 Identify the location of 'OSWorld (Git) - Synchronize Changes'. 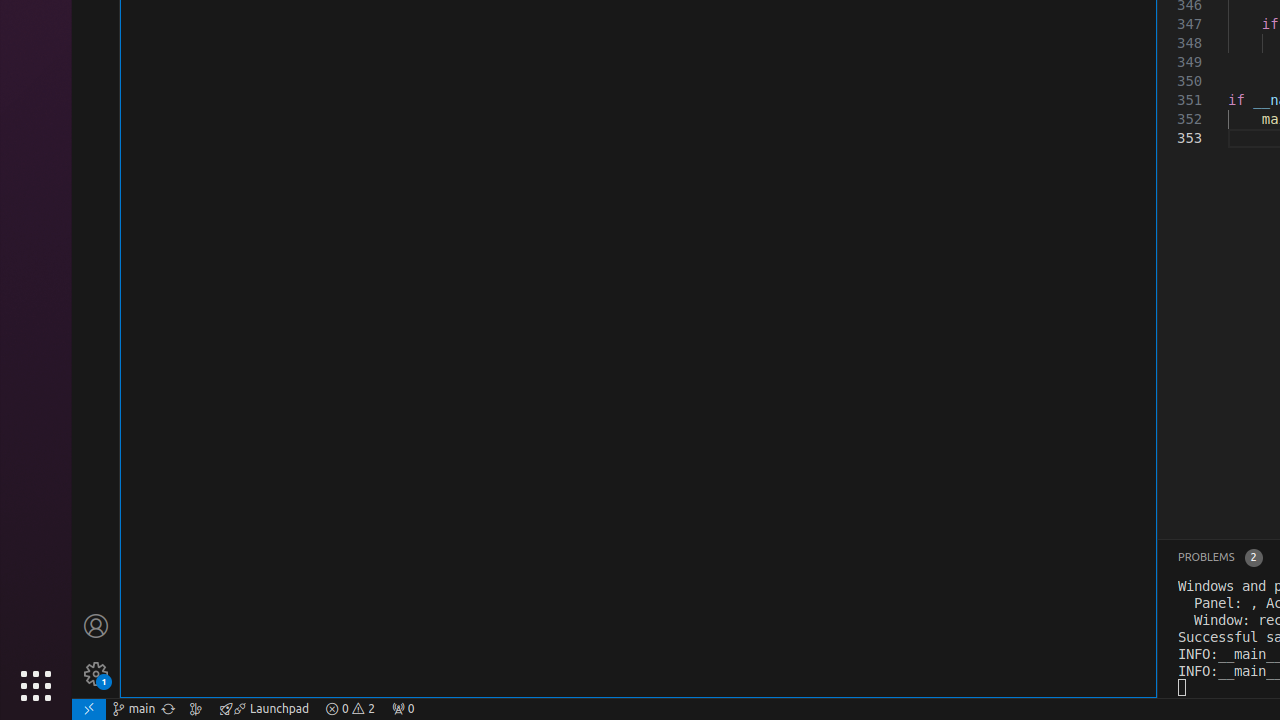
(168, 707).